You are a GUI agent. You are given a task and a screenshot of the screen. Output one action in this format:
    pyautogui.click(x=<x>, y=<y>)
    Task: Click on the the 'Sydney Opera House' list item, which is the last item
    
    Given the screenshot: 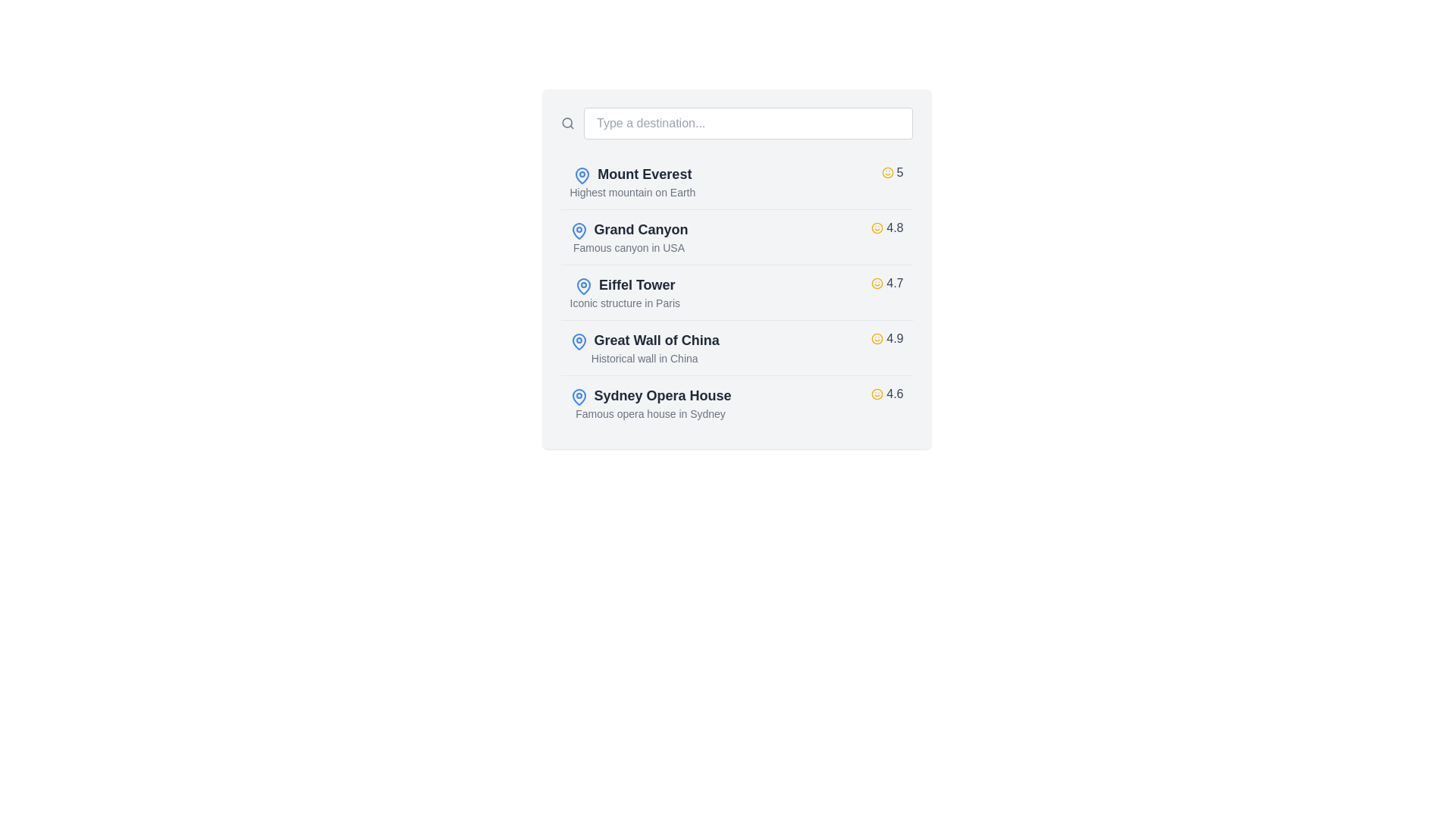 What is the action you would take?
    pyautogui.click(x=651, y=403)
    